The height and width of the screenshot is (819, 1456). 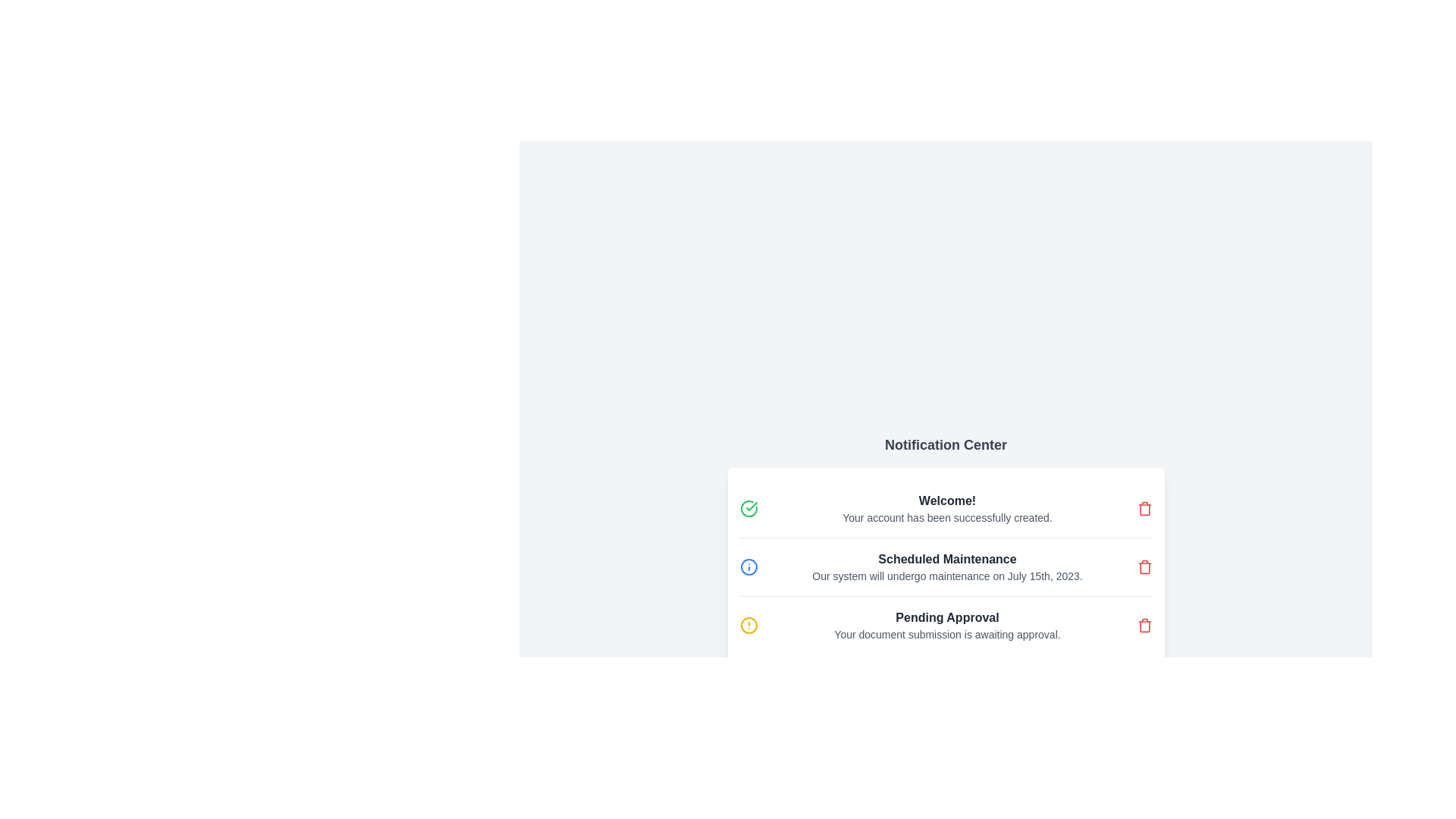 I want to click on the static text displaying 'Our system will undergo maintenance on July 15th, 2023.' located beneath the bold title 'Scheduled Maintenance' in the Notification Center, so click(x=946, y=576).